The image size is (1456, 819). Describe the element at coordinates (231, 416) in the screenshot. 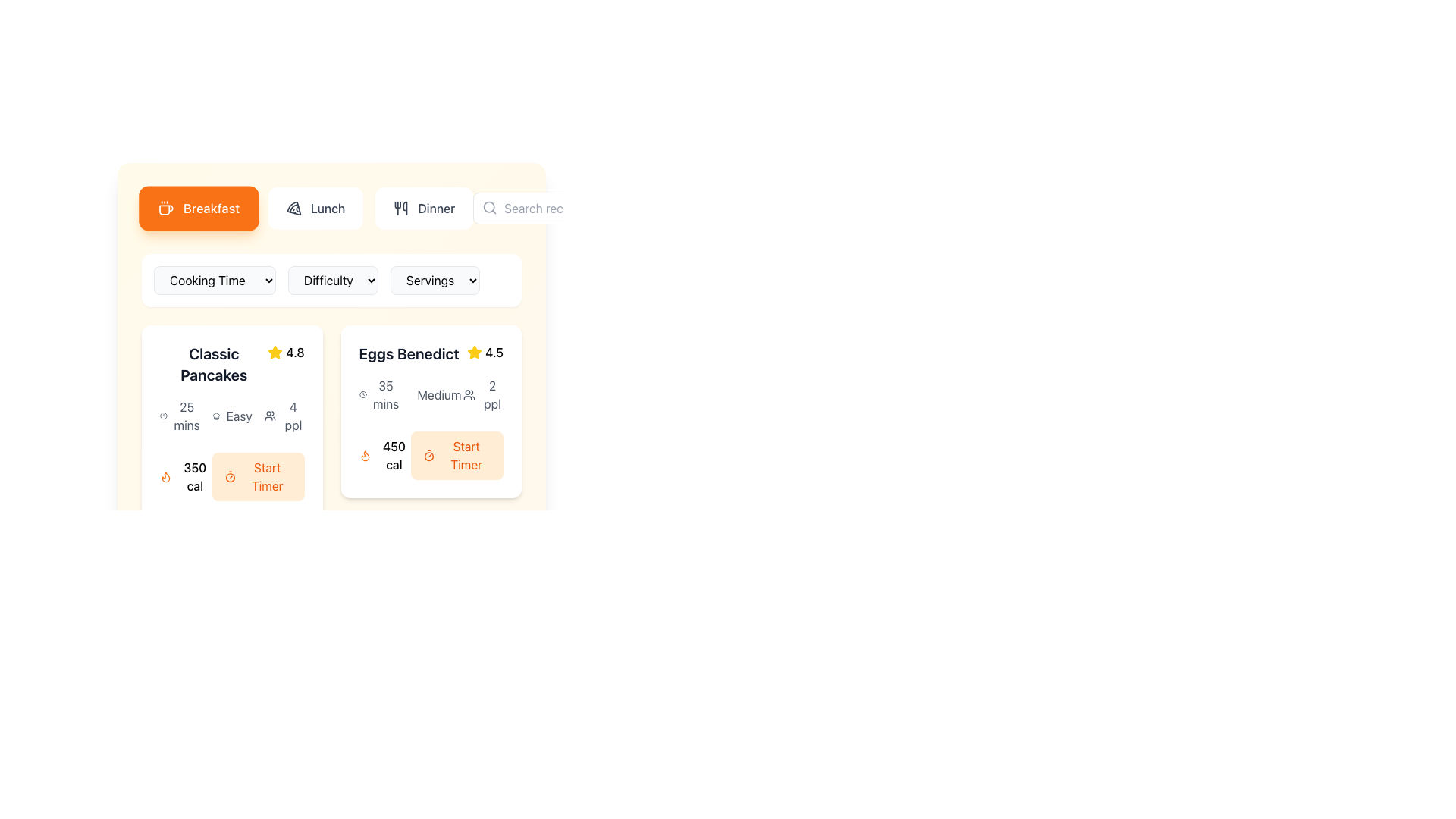

I see `the Information block displaying '25 mins', 'Easy', and '4 ppl' with their respective icons, located in the center row of the 'Classic Pancakes' card` at that location.